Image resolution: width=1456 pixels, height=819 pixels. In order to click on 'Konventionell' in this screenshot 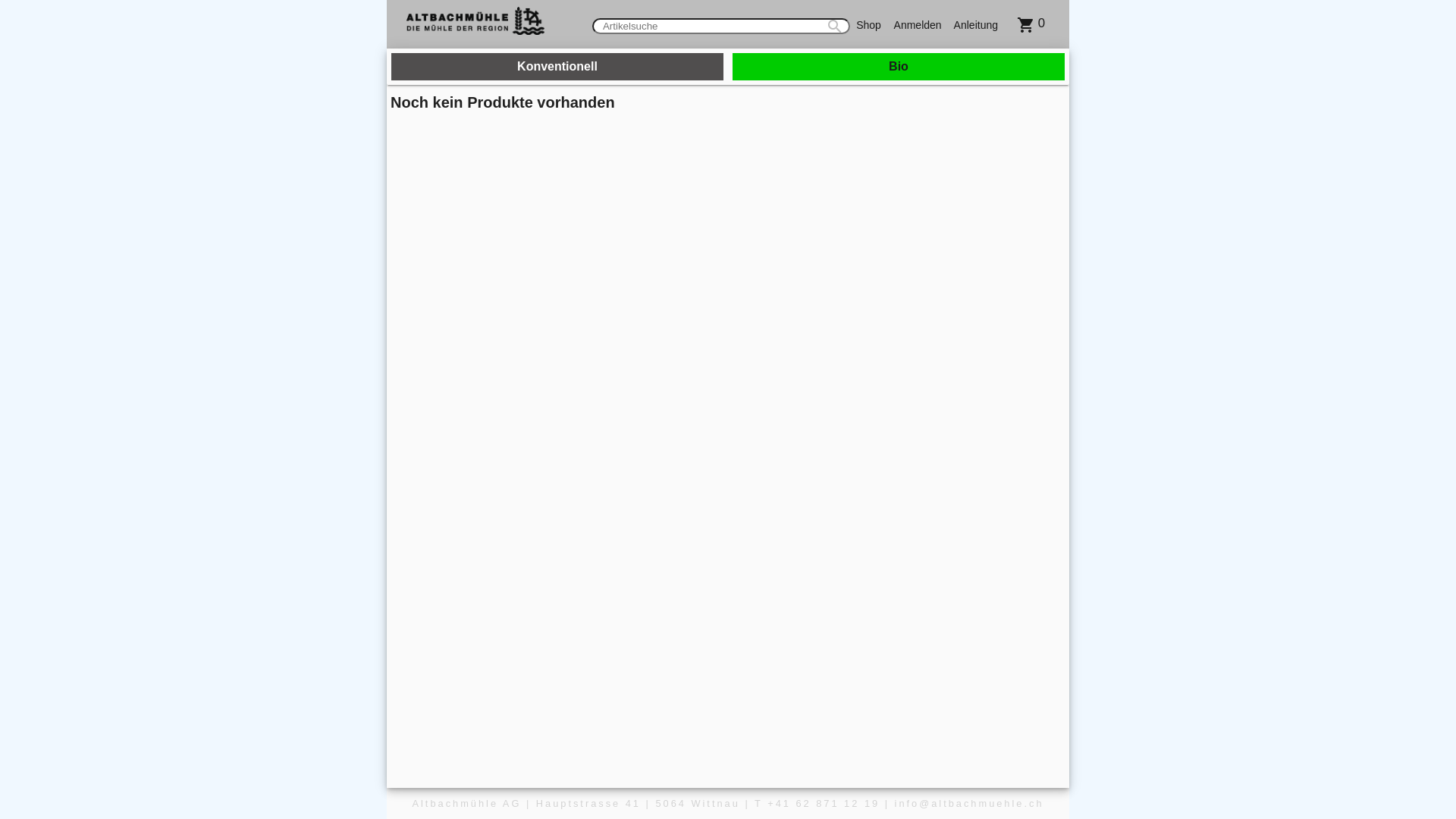, I will do `click(556, 66)`.